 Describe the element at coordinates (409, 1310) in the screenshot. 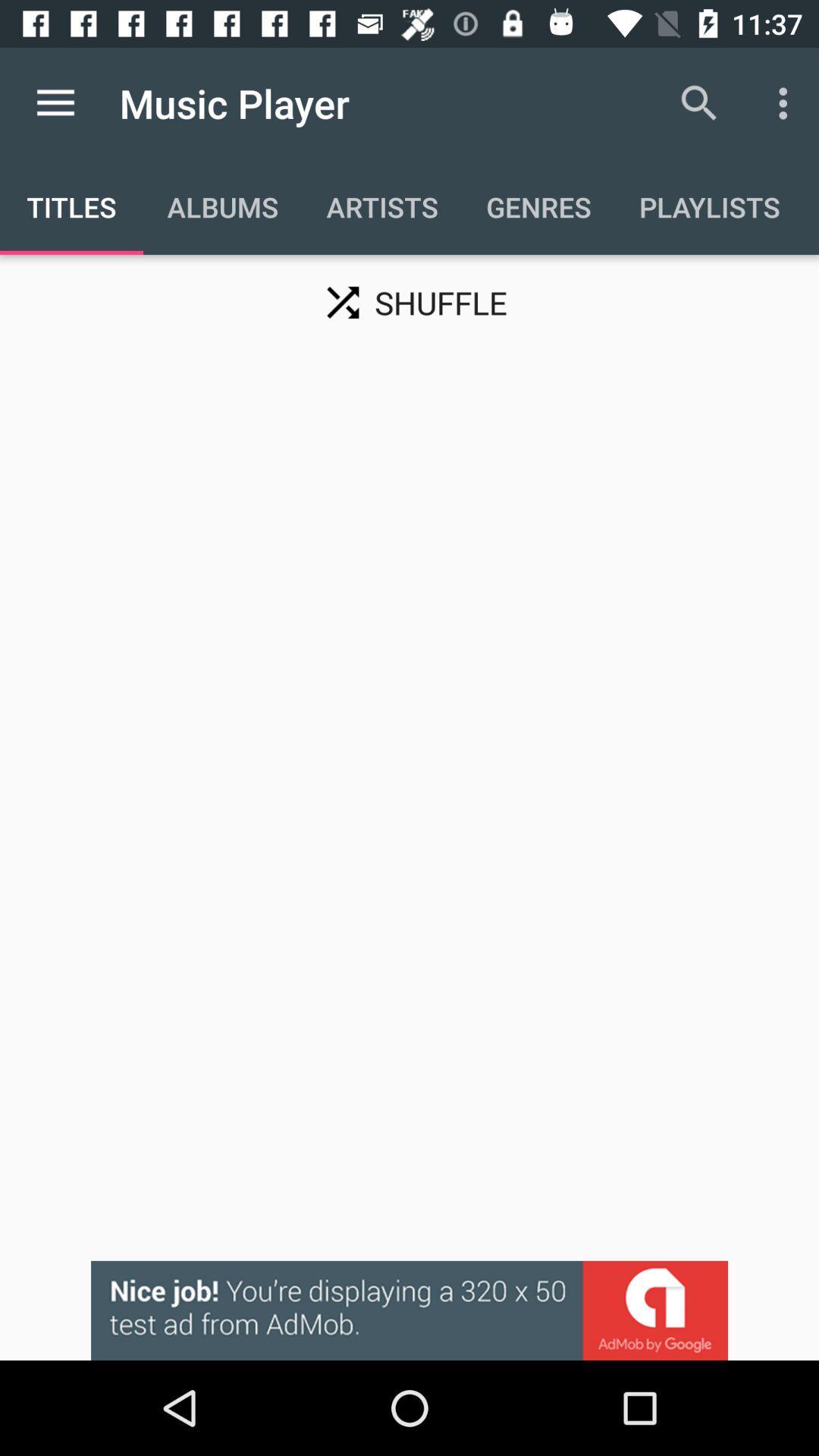

I see `advertisement` at that location.